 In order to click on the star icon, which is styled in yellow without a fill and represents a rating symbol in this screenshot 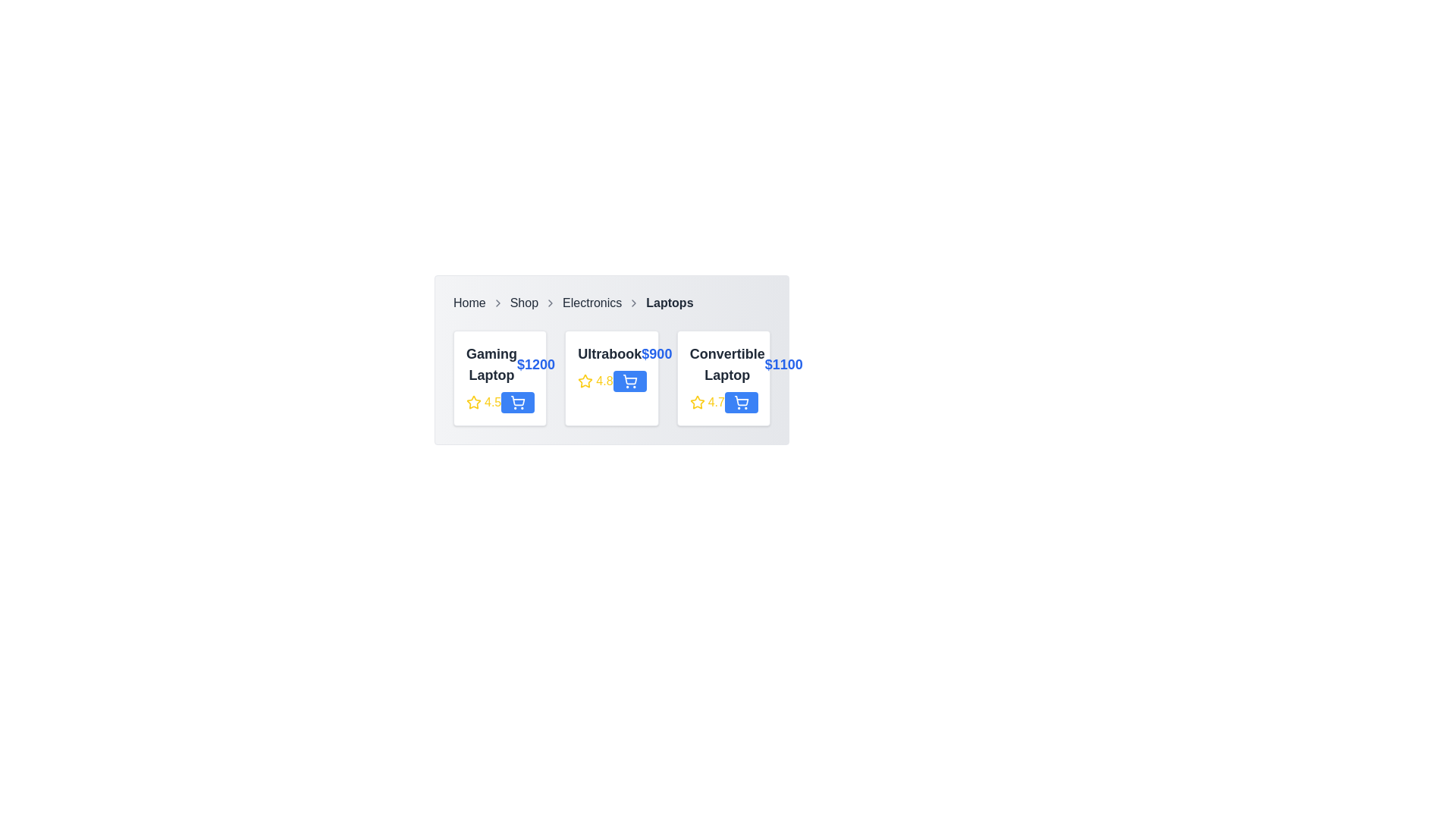, I will do `click(472, 402)`.